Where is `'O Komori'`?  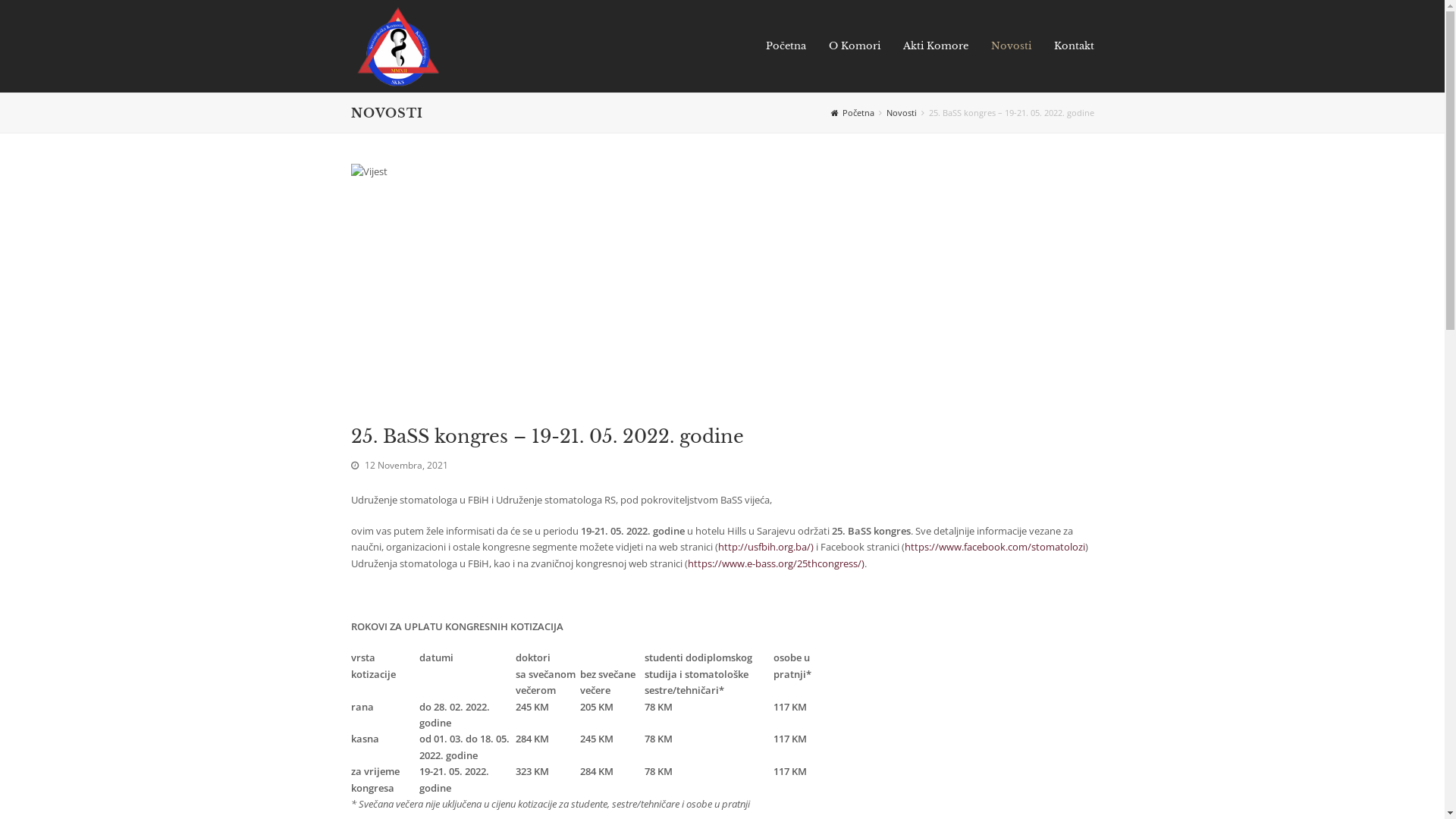 'O Komori' is located at coordinates (855, 45).